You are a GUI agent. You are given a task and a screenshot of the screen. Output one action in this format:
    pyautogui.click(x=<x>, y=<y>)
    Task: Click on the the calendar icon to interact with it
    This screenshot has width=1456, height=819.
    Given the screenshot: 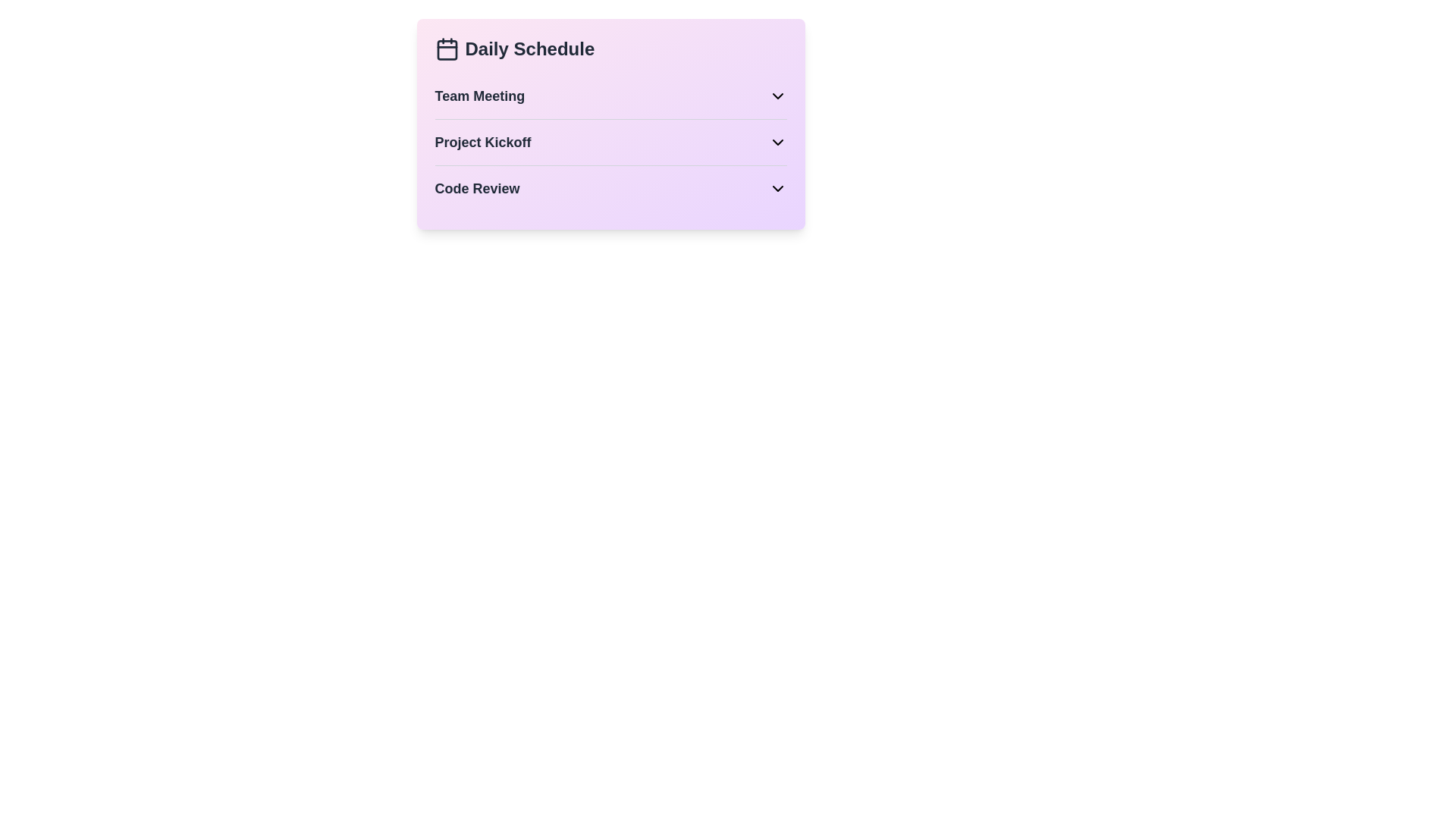 What is the action you would take?
    pyautogui.click(x=446, y=49)
    